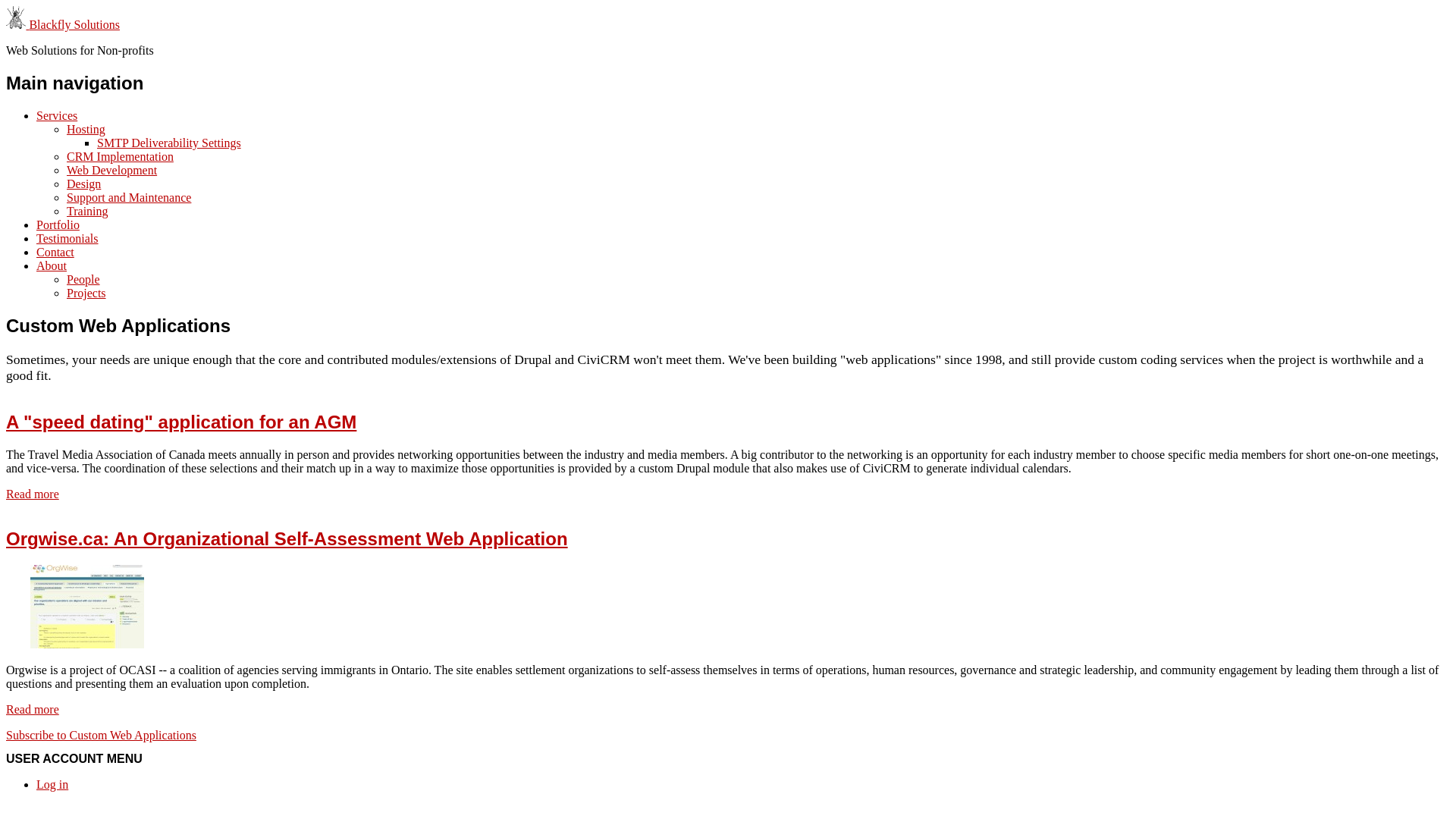  What do you see at coordinates (36, 238) in the screenshot?
I see `'Testimonials'` at bounding box center [36, 238].